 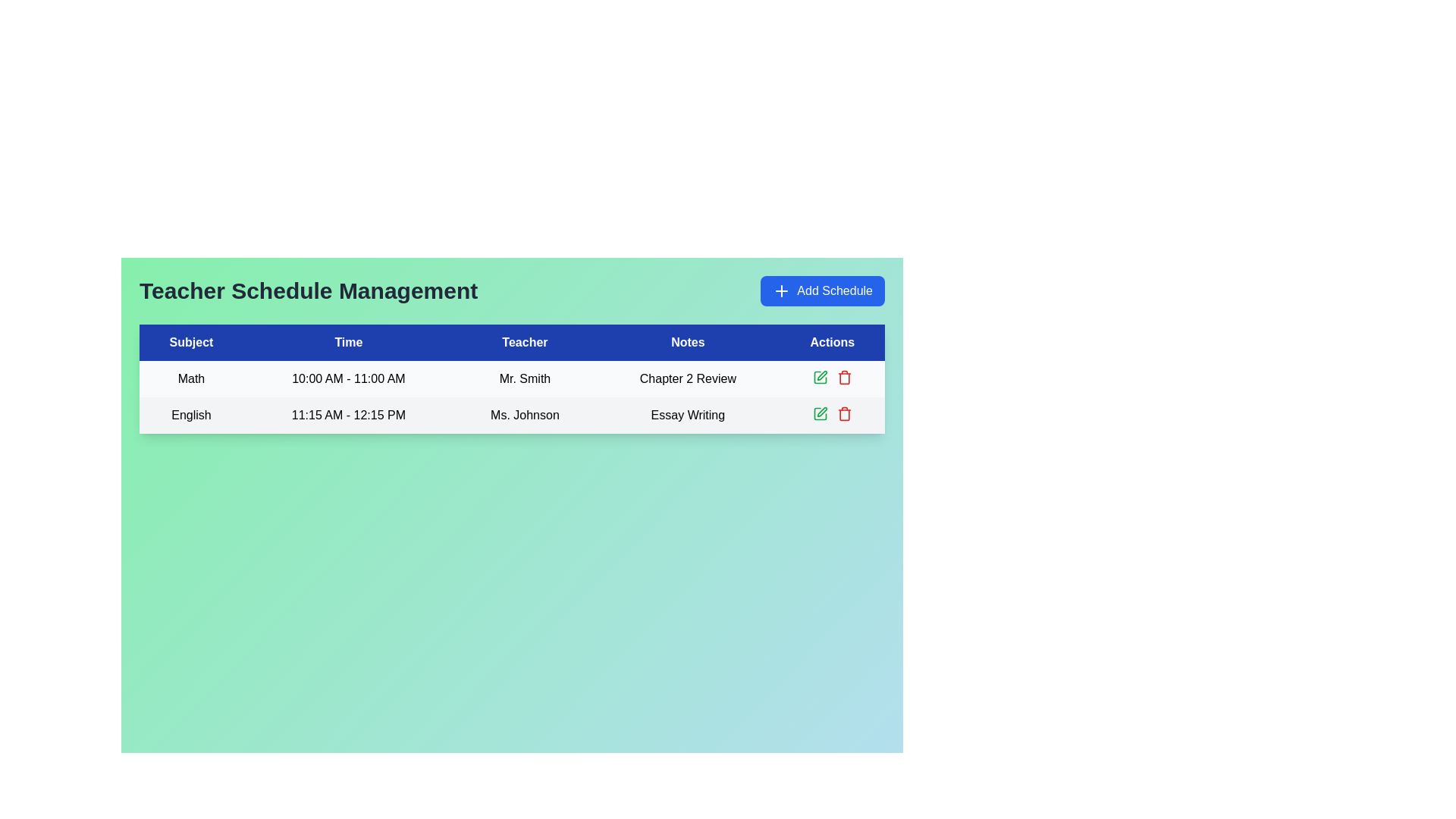 I want to click on the red trash can icon button located in the 'Actions' column of the second row in the table to initiate the delete action, so click(x=843, y=414).